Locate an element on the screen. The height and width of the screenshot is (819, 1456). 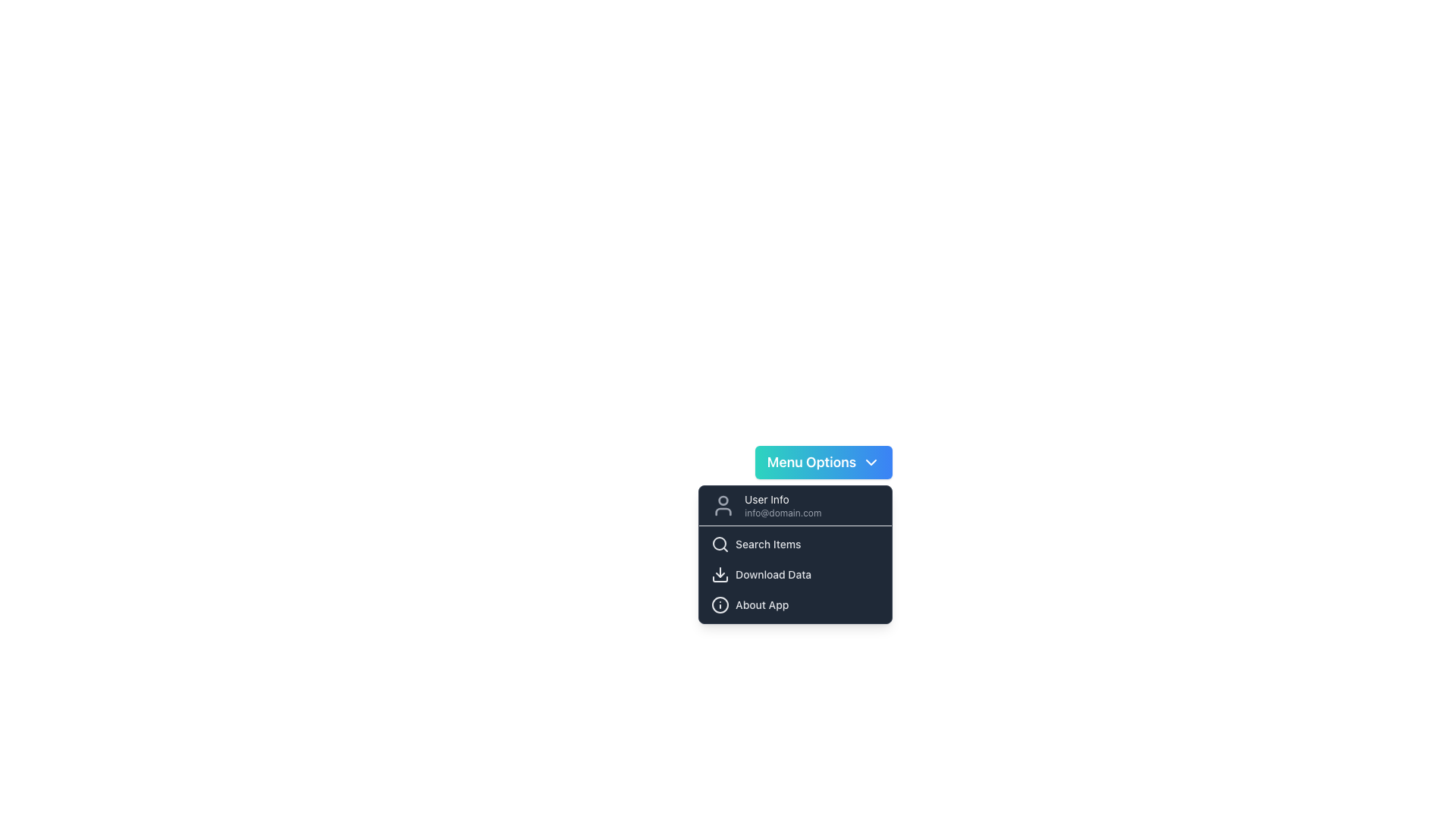
the 'User Info' text label located at the top of the 'Menu Options' dropdown menu, which indicates the purpose of the dropdown and is adjacent to the user profile icon is located at coordinates (783, 500).